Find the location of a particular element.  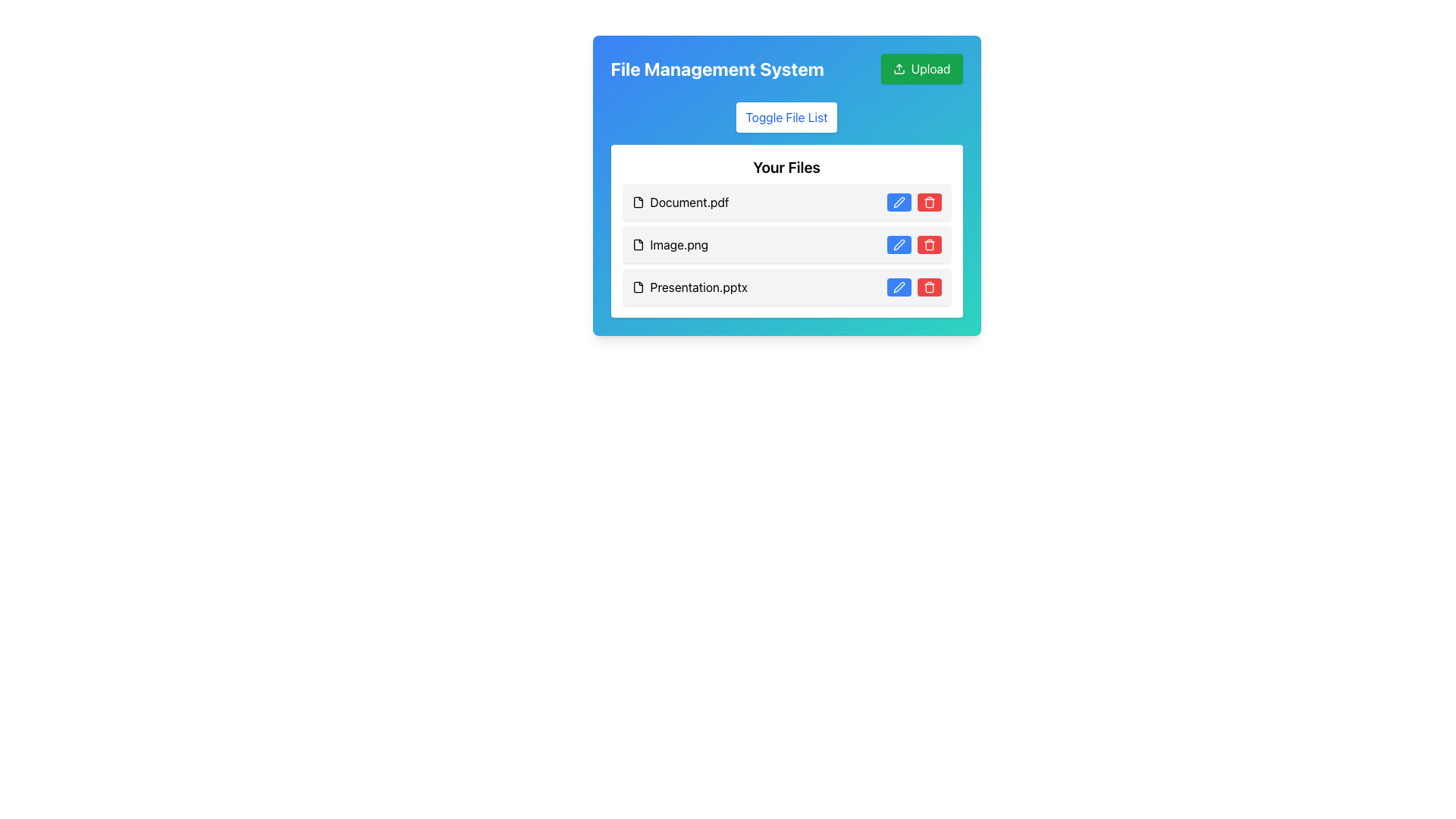

the blue pen icon button located to the right of the 'Image.png' file entry in the 'Your Files' section to gain focus is located at coordinates (899, 244).